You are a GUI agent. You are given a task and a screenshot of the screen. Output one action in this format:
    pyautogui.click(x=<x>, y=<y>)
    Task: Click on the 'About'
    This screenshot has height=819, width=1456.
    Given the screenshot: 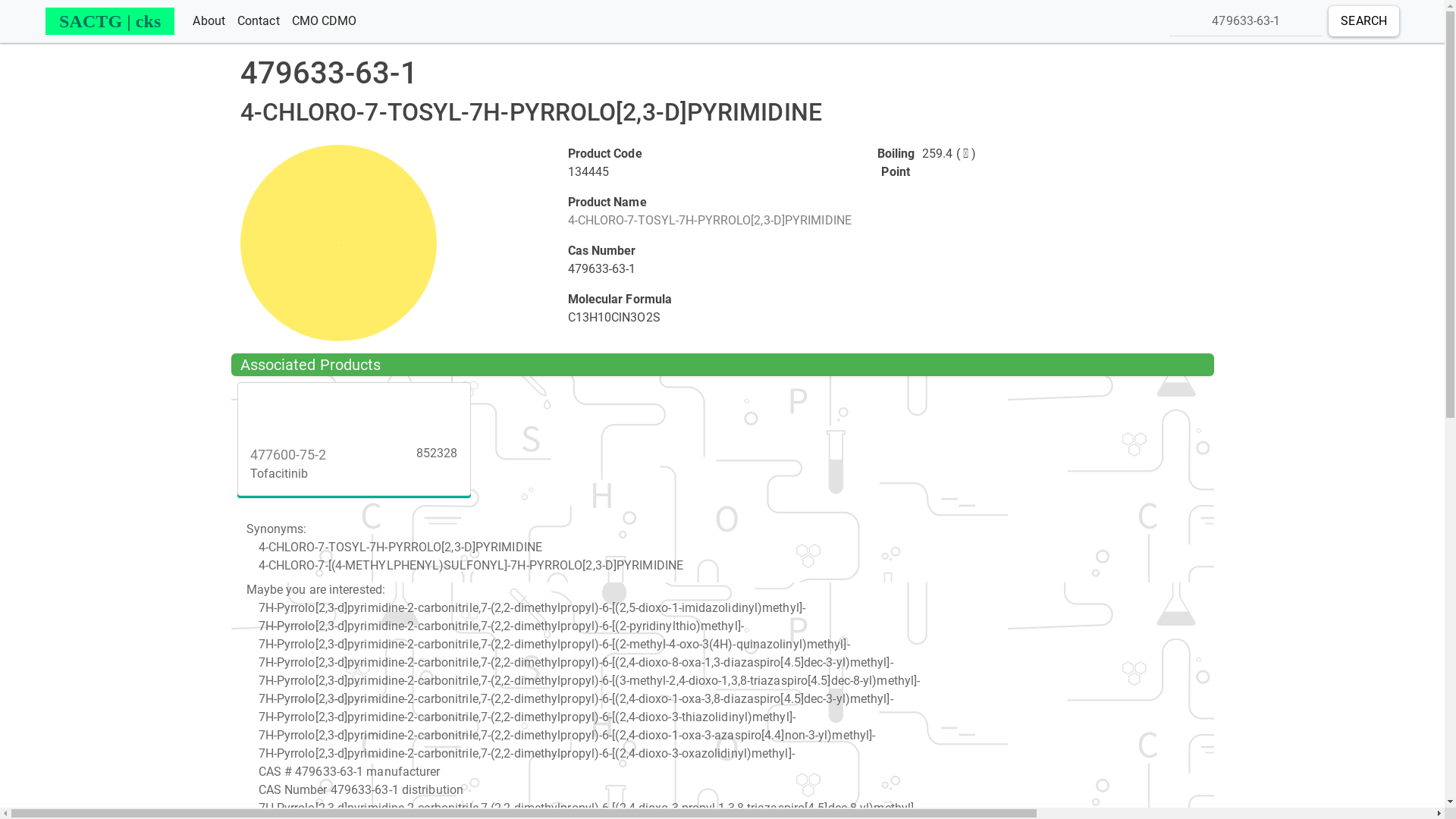 What is the action you would take?
    pyautogui.click(x=208, y=21)
    